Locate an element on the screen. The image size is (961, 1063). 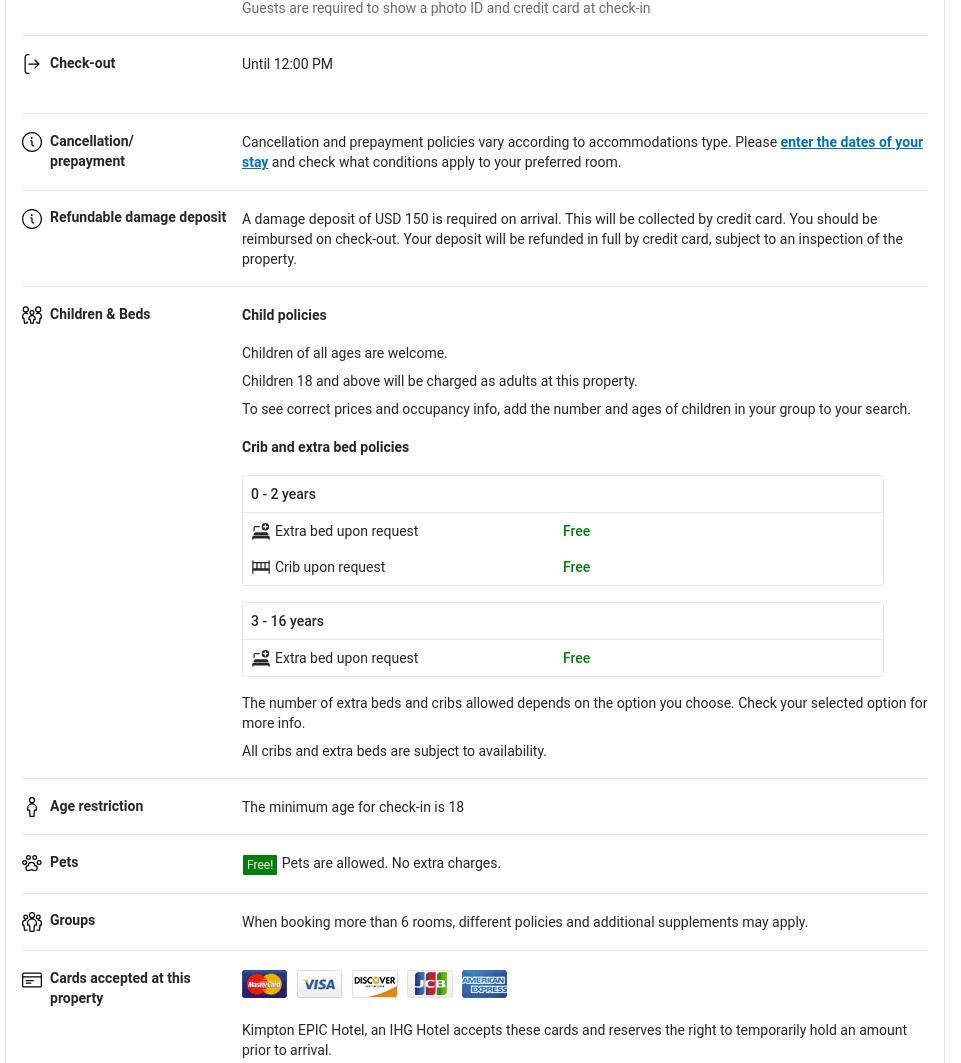
'Refundable damage deposit' is located at coordinates (136, 216).